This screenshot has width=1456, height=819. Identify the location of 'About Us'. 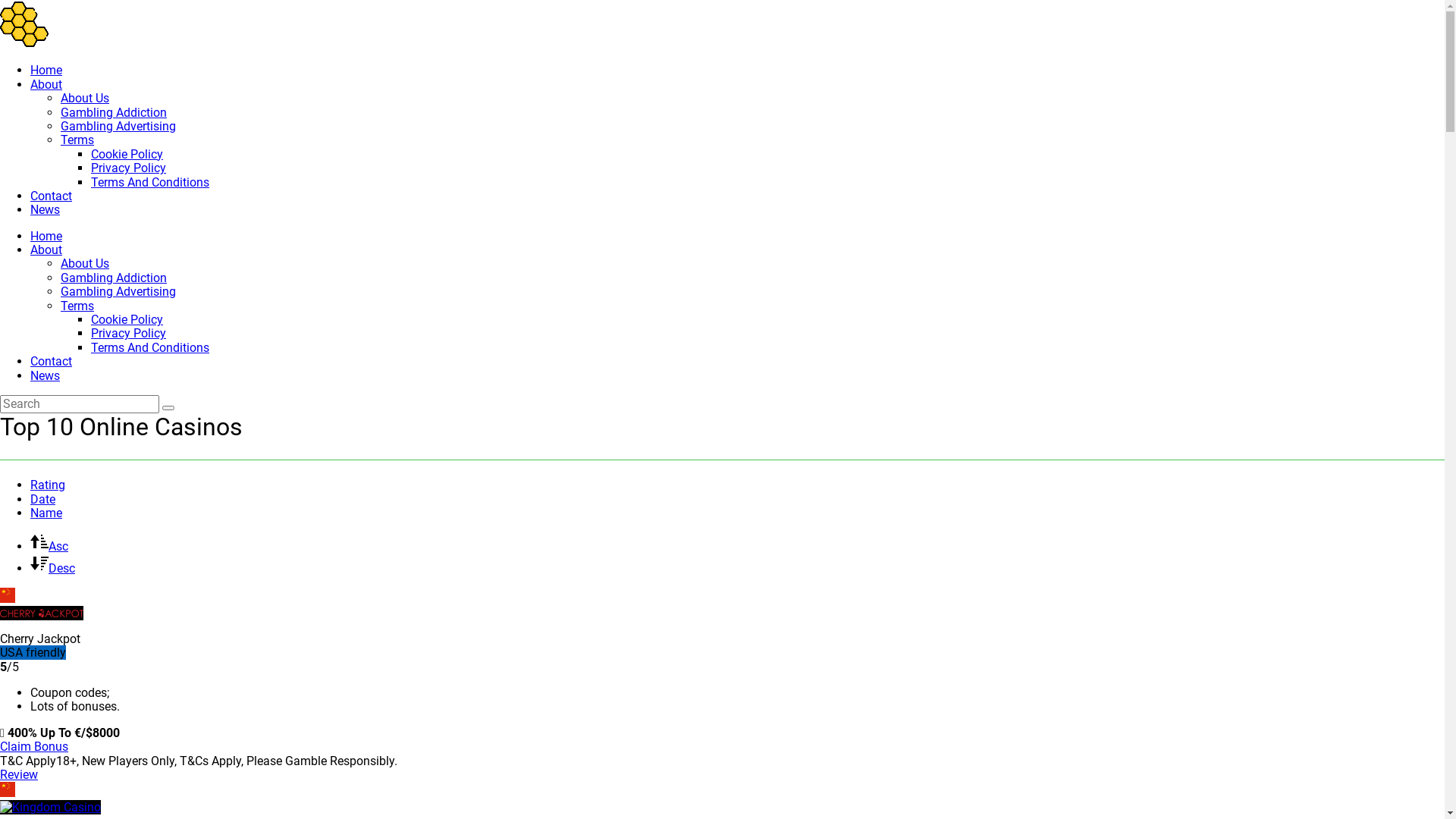
(83, 98).